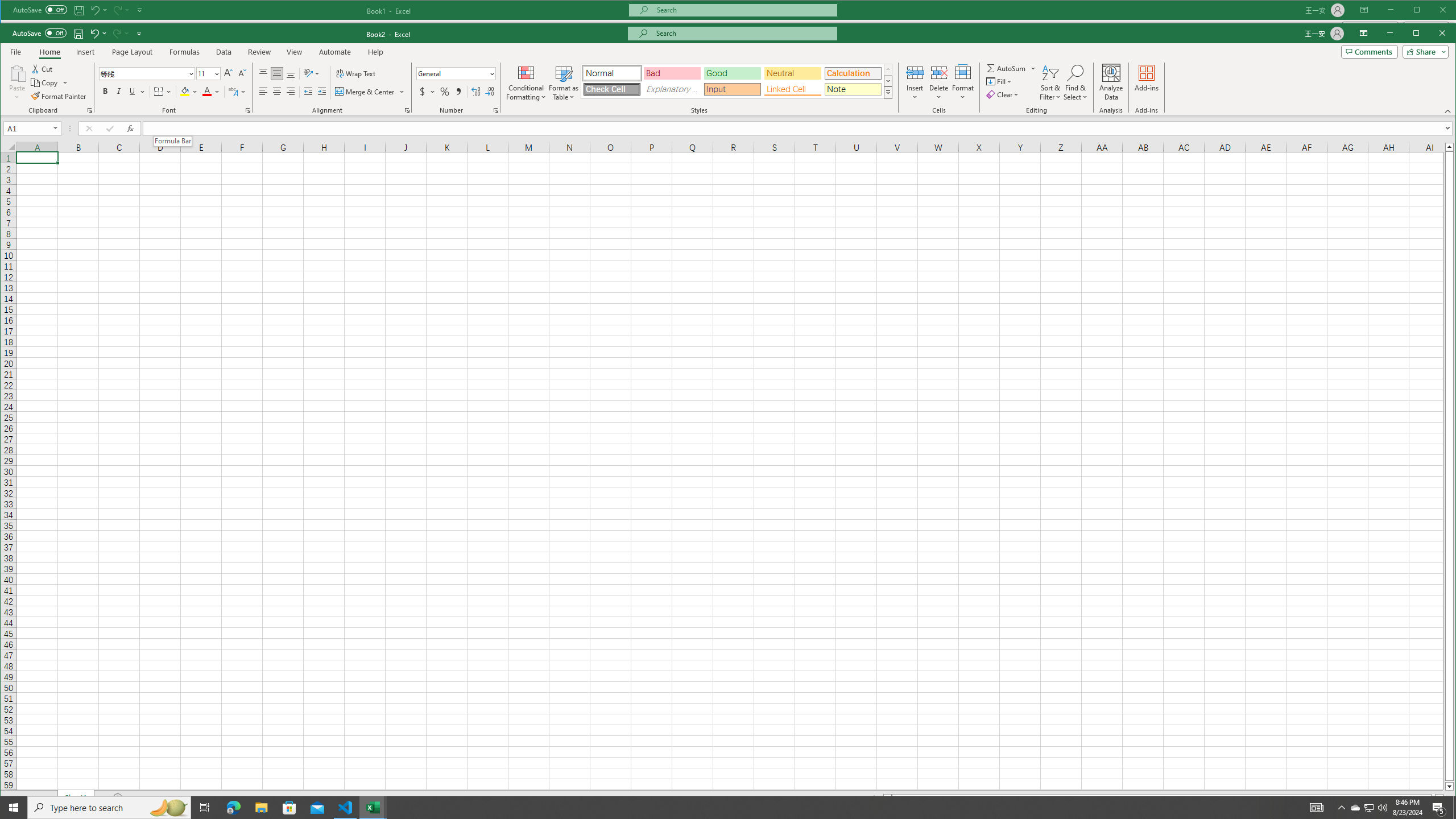 The image size is (1456, 819). What do you see at coordinates (227, 73) in the screenshot?
I see `'Increase Font Size'` at bounding box center [227, 73].